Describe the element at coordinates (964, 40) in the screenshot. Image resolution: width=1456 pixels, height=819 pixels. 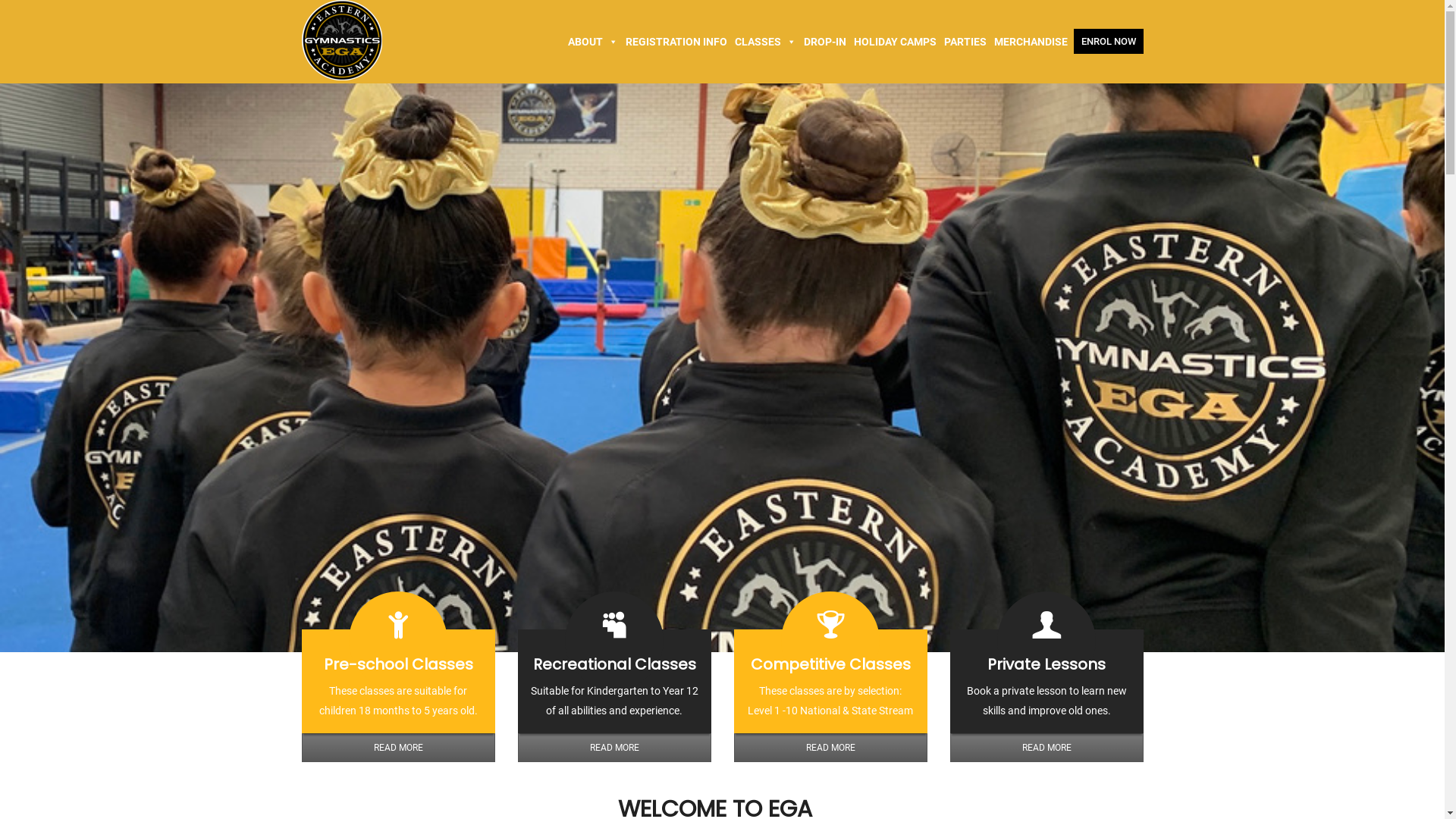
I see `'PARTIES'` at that location.